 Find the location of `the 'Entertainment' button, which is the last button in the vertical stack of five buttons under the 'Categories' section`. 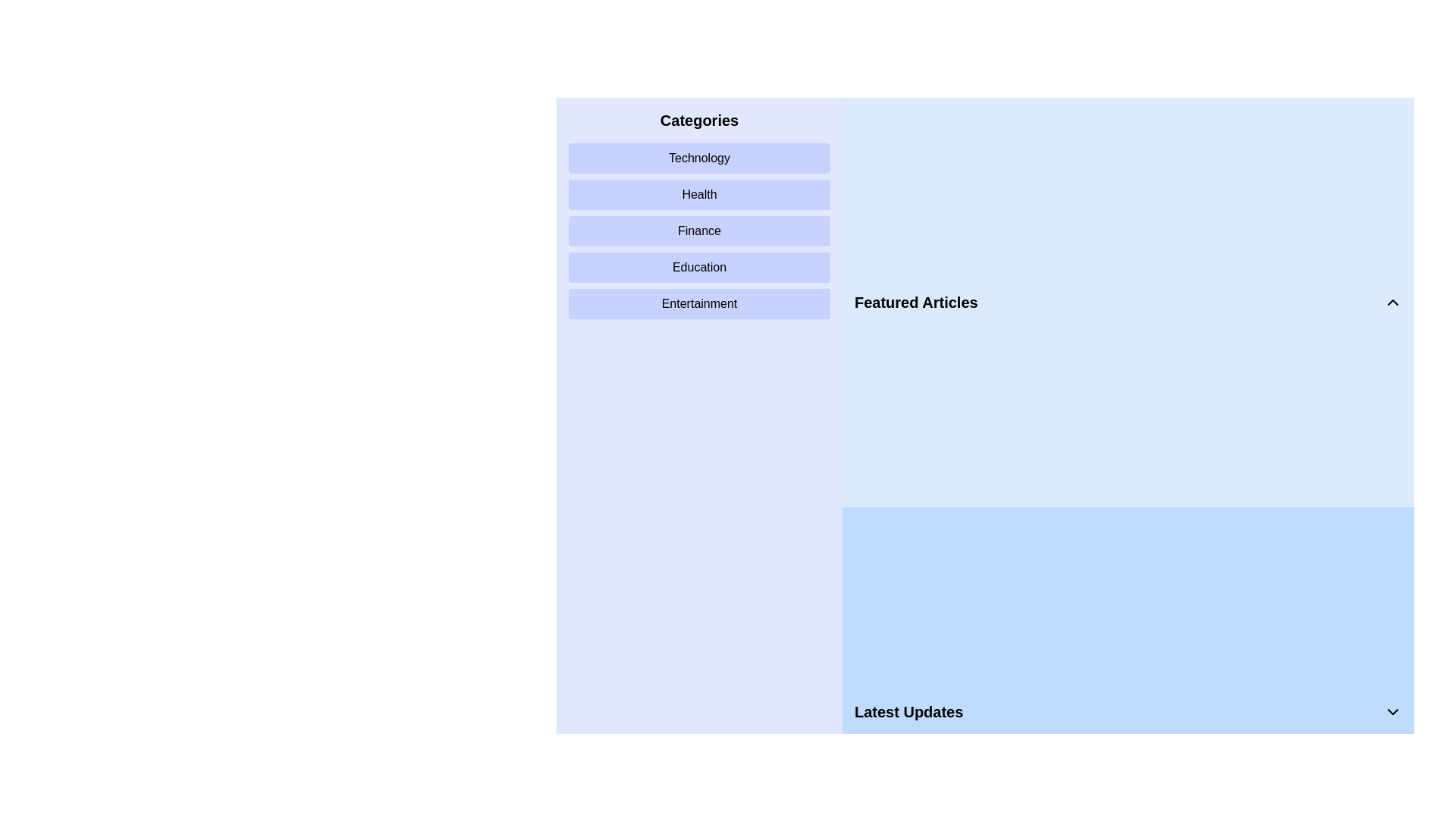

the 'Entertainment' button, which is the last button in the vertical stack of five buttons under the 'Categories' section is located at coordinates (698, 304).